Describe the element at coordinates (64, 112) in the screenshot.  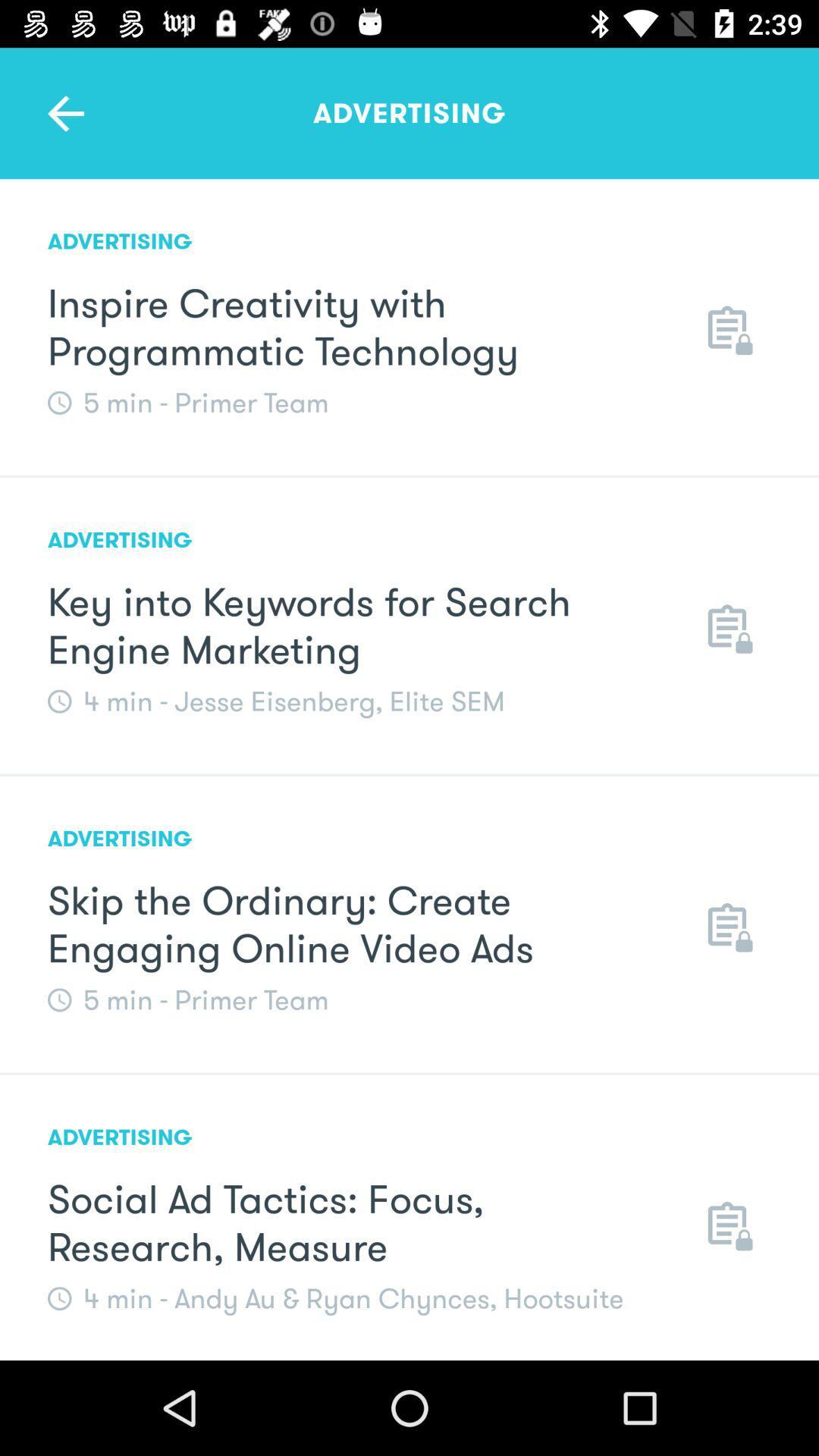
I see `the arrow_backward icon` at that location.